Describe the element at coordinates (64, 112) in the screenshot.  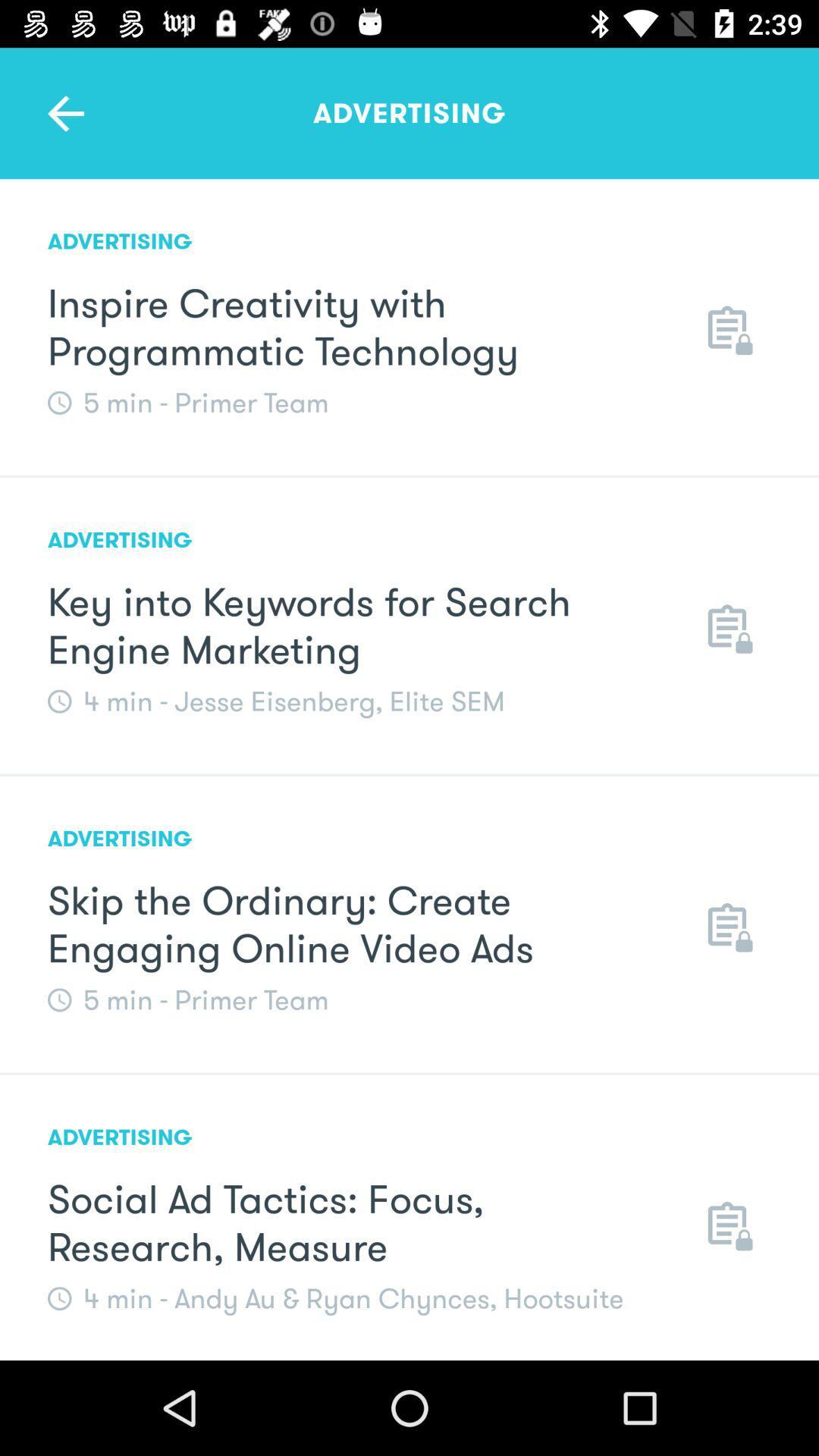
I see `the arrow_backward icon` at that location.